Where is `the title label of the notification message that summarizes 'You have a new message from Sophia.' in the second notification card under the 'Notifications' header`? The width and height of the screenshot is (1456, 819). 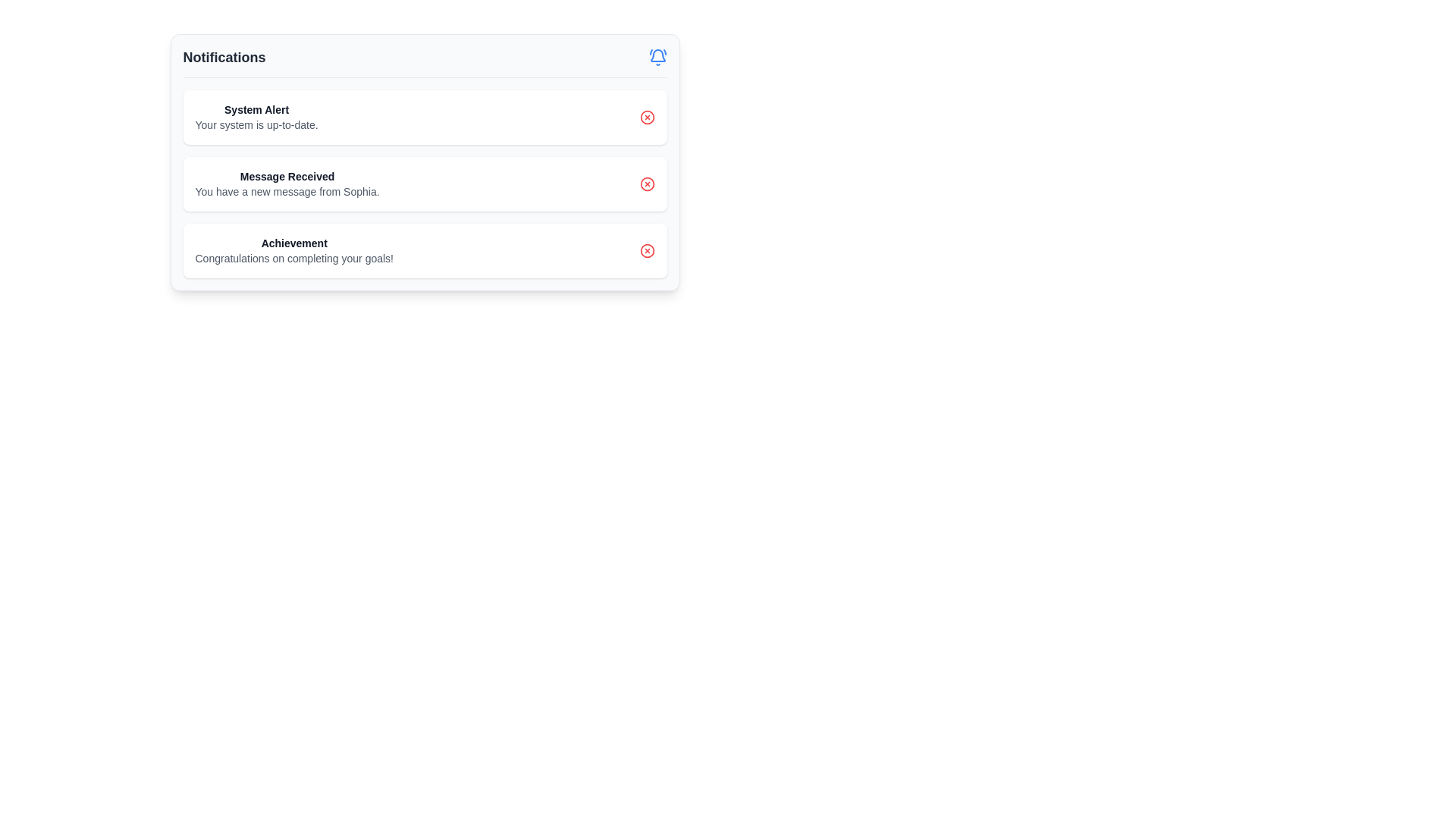 the title label of the notification message that summarizes 'You have a new message from Sophia.' in the second notification card under the 'Notifications' header is located at coordinates (287, 175).